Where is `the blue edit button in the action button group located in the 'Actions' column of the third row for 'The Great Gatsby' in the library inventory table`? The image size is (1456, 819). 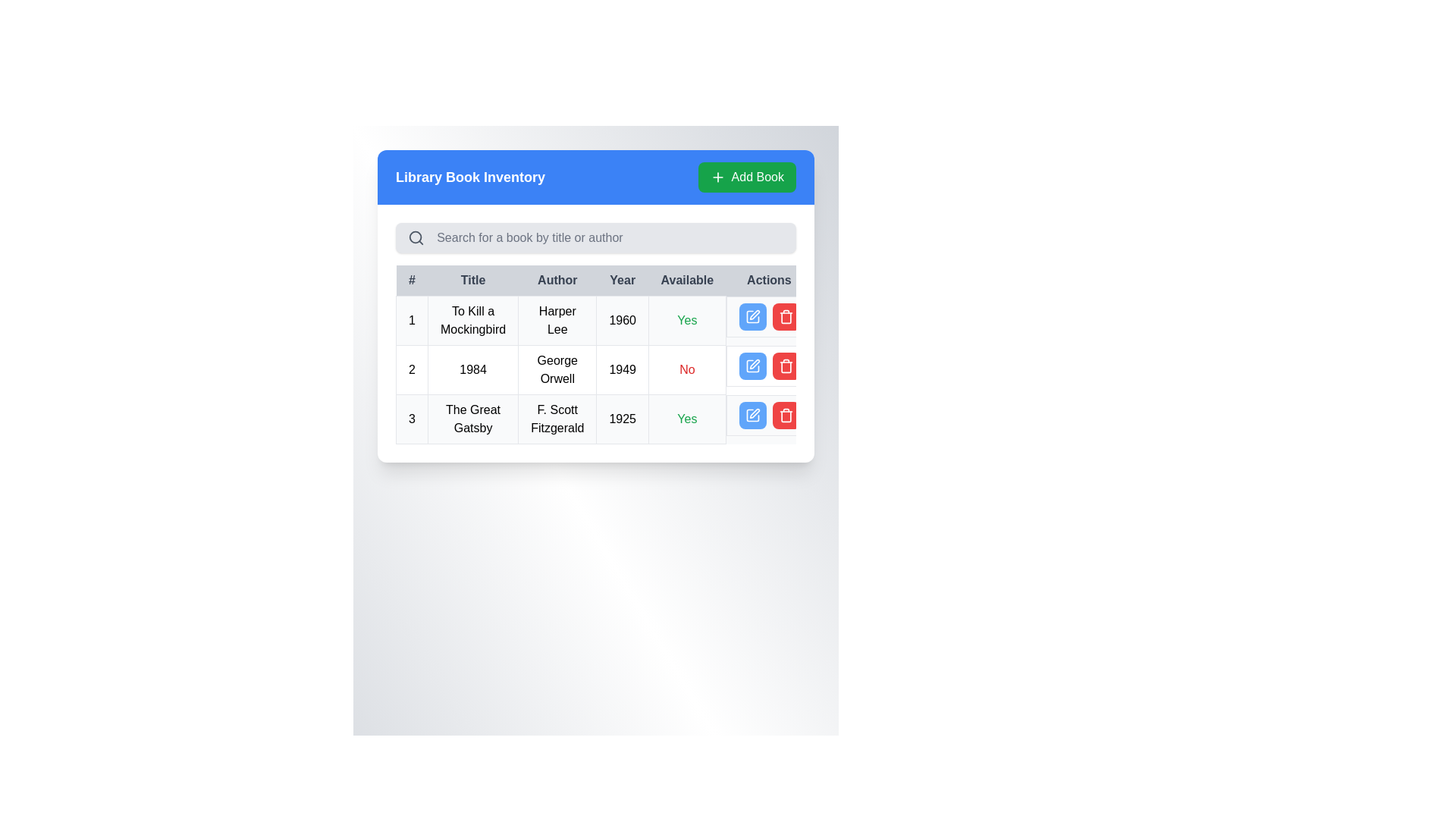
the blue edit button in the action button group located in the 'Actions' column of the third row for 'The Great Gatsby' in the library inventory table is located at coordinates (769, 415).